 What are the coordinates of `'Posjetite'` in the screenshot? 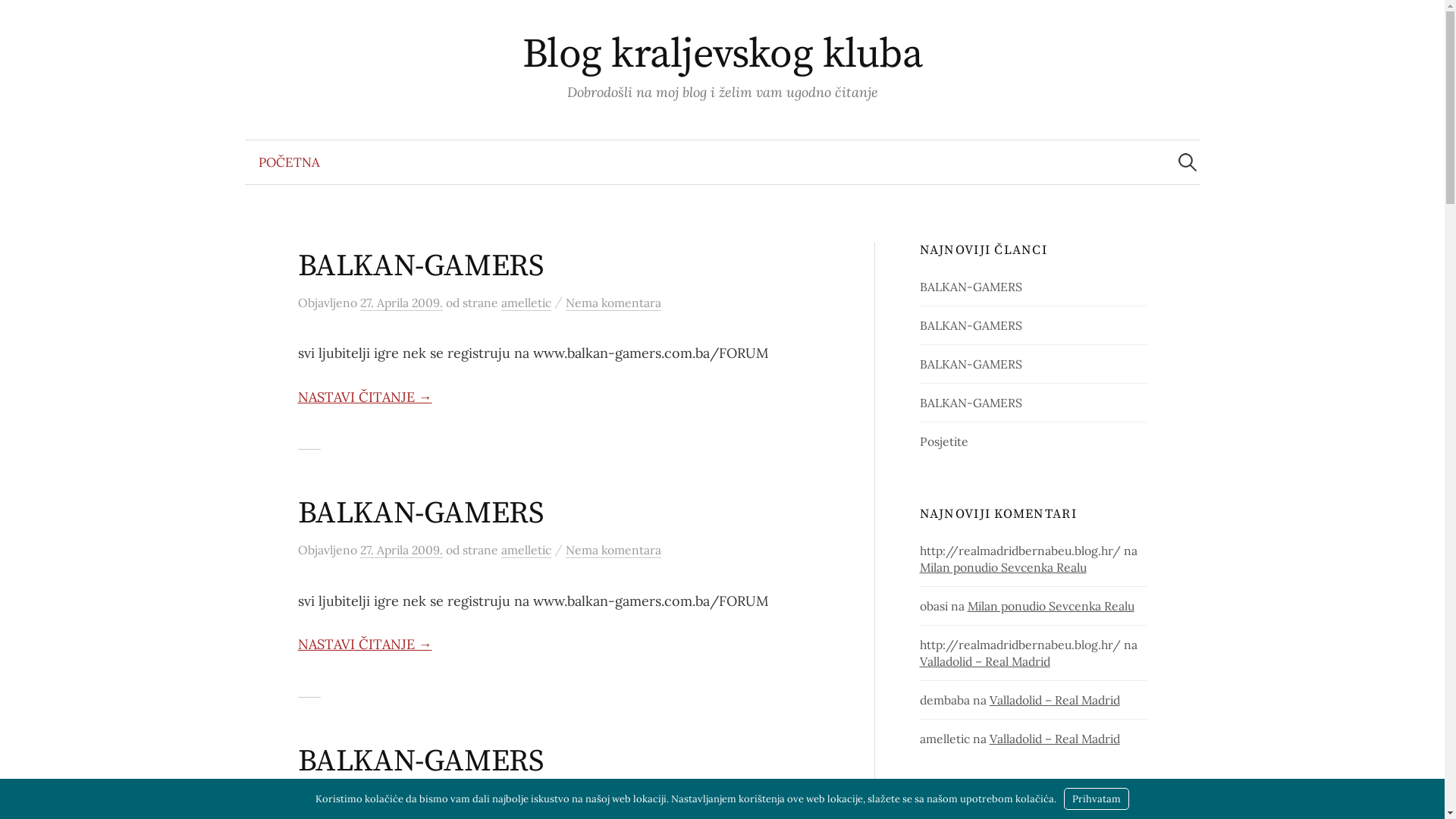 It's located at (919, 441).